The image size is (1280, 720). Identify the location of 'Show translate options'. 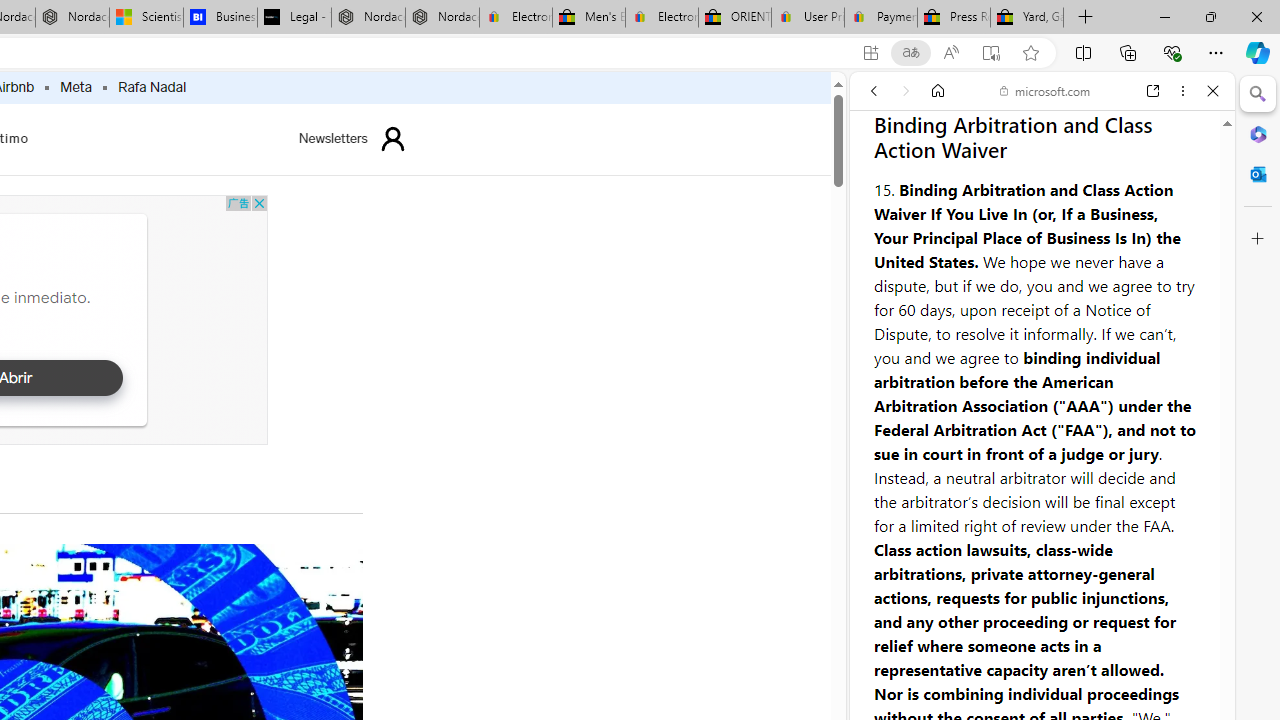
(909, 52).